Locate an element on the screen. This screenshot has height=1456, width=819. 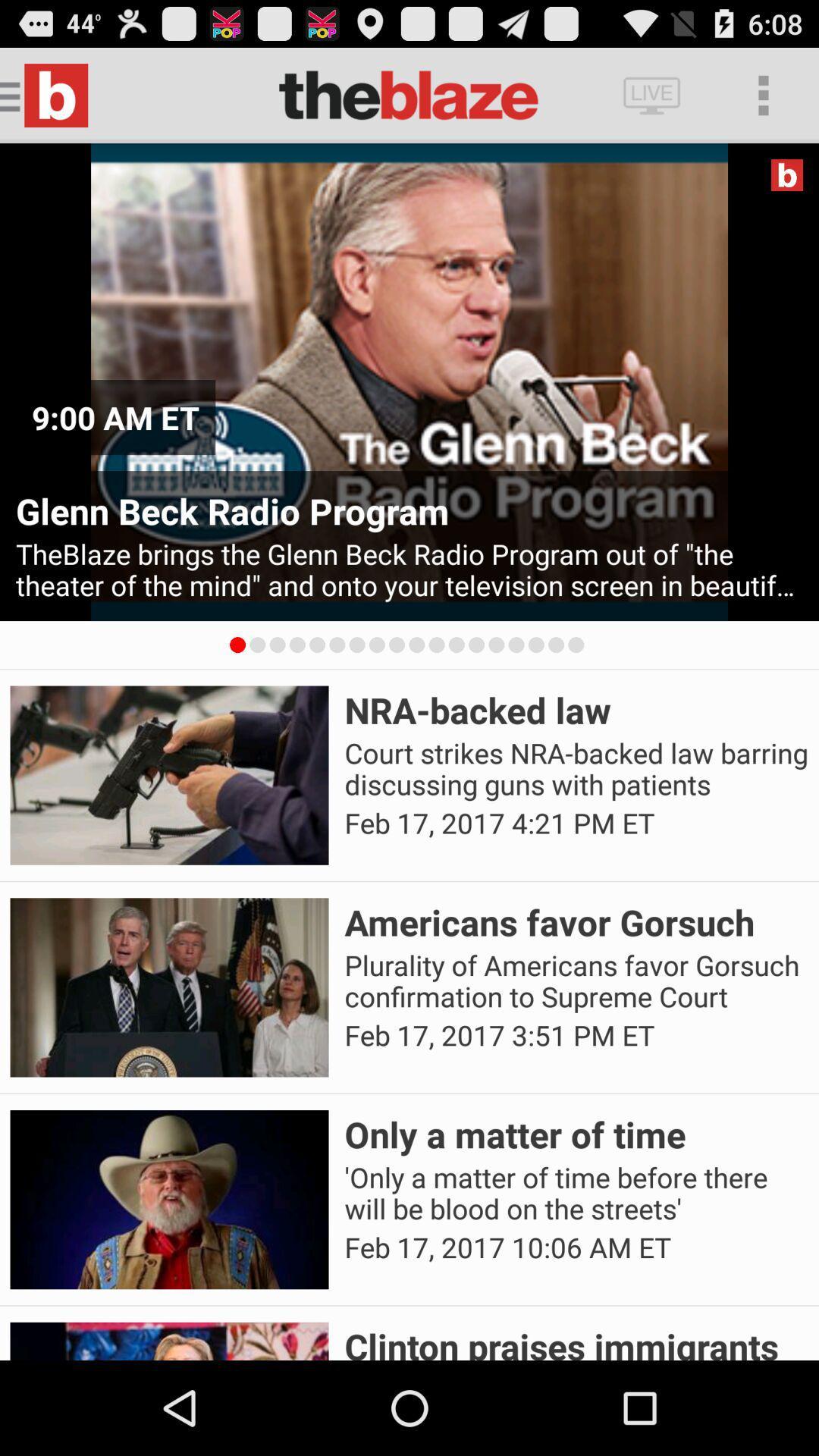
the item above feb 17 2017 is located at coordinates (576, 769).